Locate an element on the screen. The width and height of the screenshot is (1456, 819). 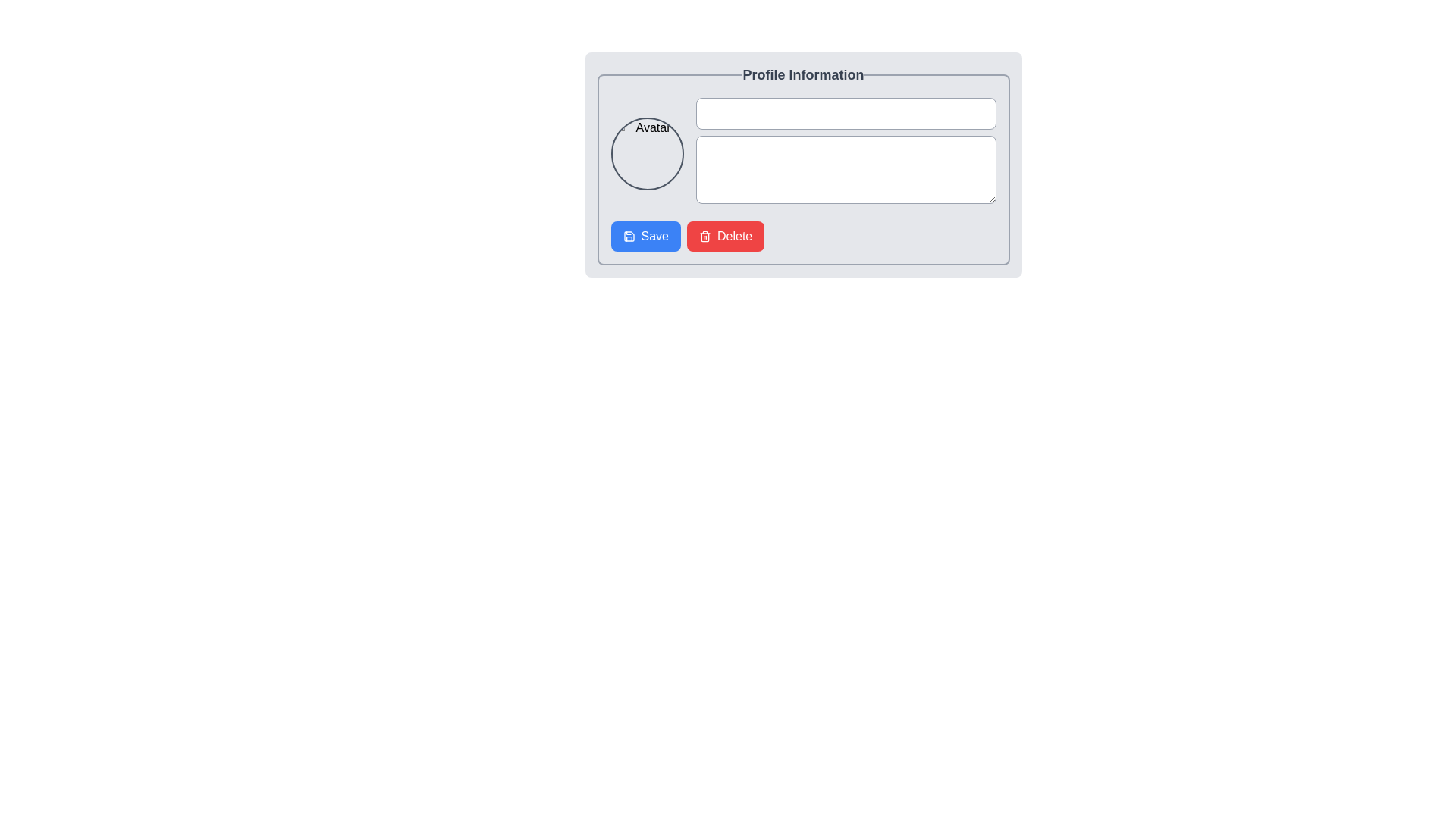
the delete icon located centrally within the red 'Delete' button is located at coordinates (704, 237).